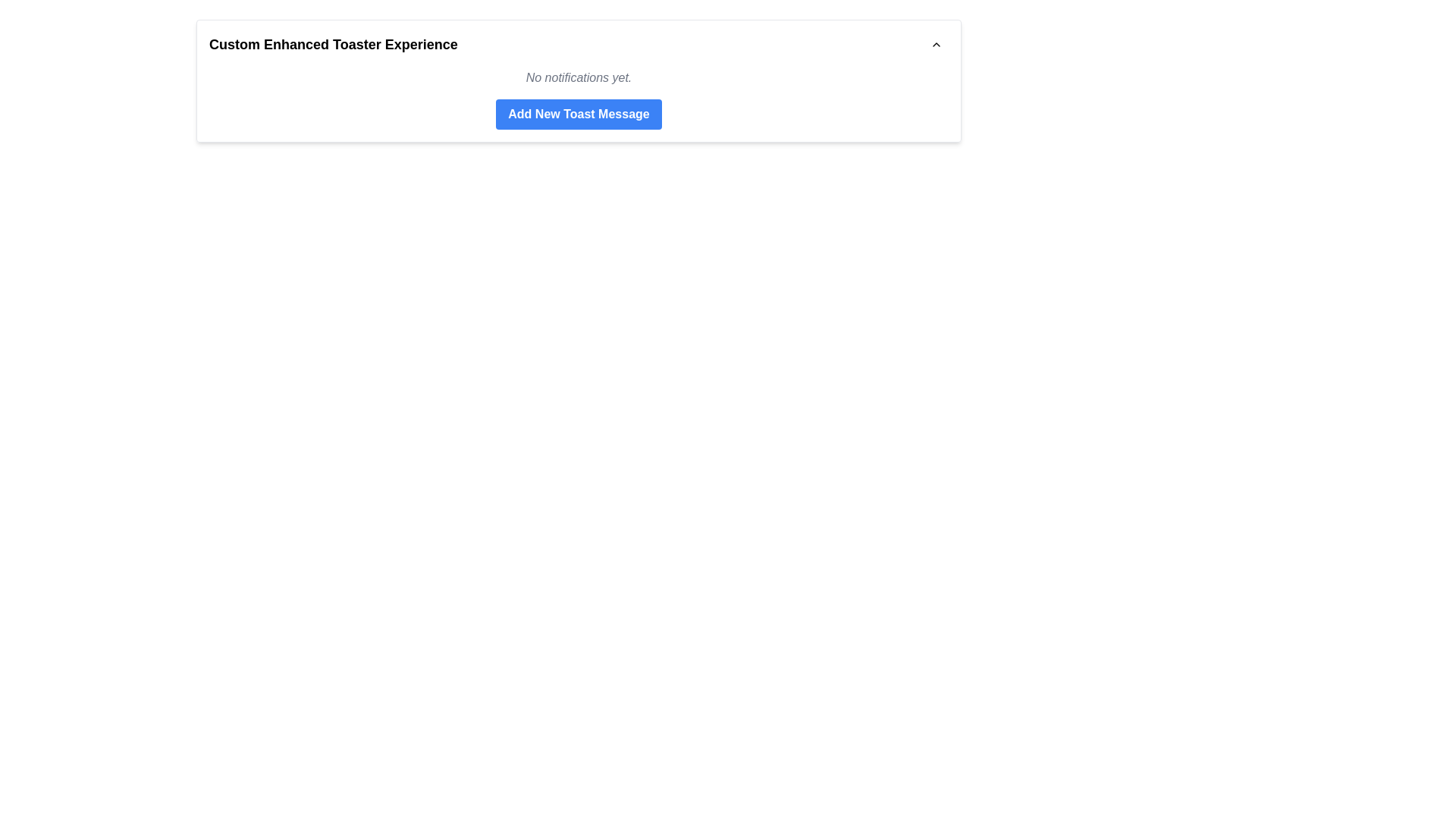 The width and height of the screenshot is (1456, 819). I want to click on the button located on the far right of the header bar labeled 'Custom Enhanced Toaster Experience', so click(935, 43).